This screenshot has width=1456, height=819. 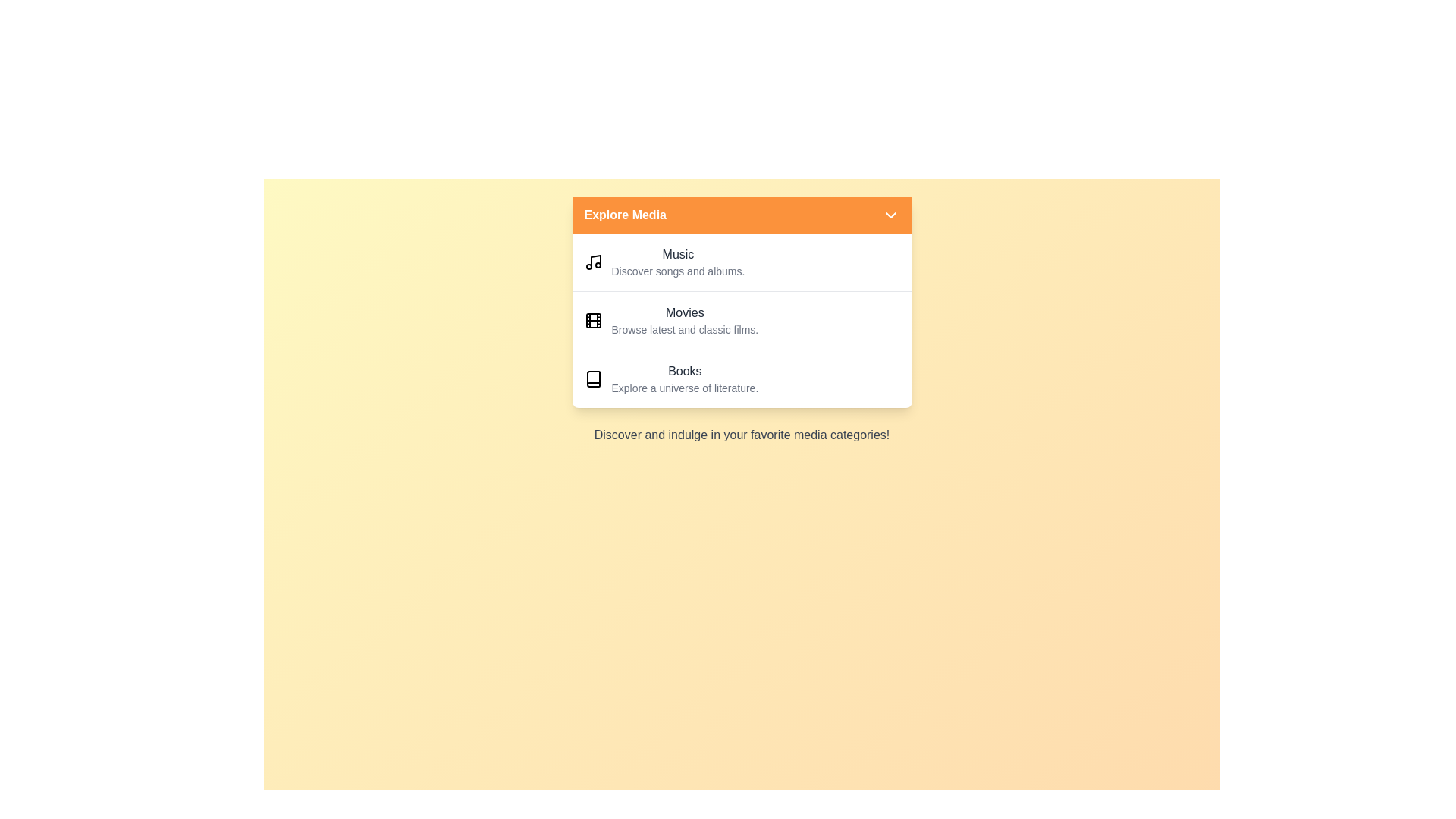 I want to click on the media category Music by clicking on its corresponding list item, so click(x=742, y=262).